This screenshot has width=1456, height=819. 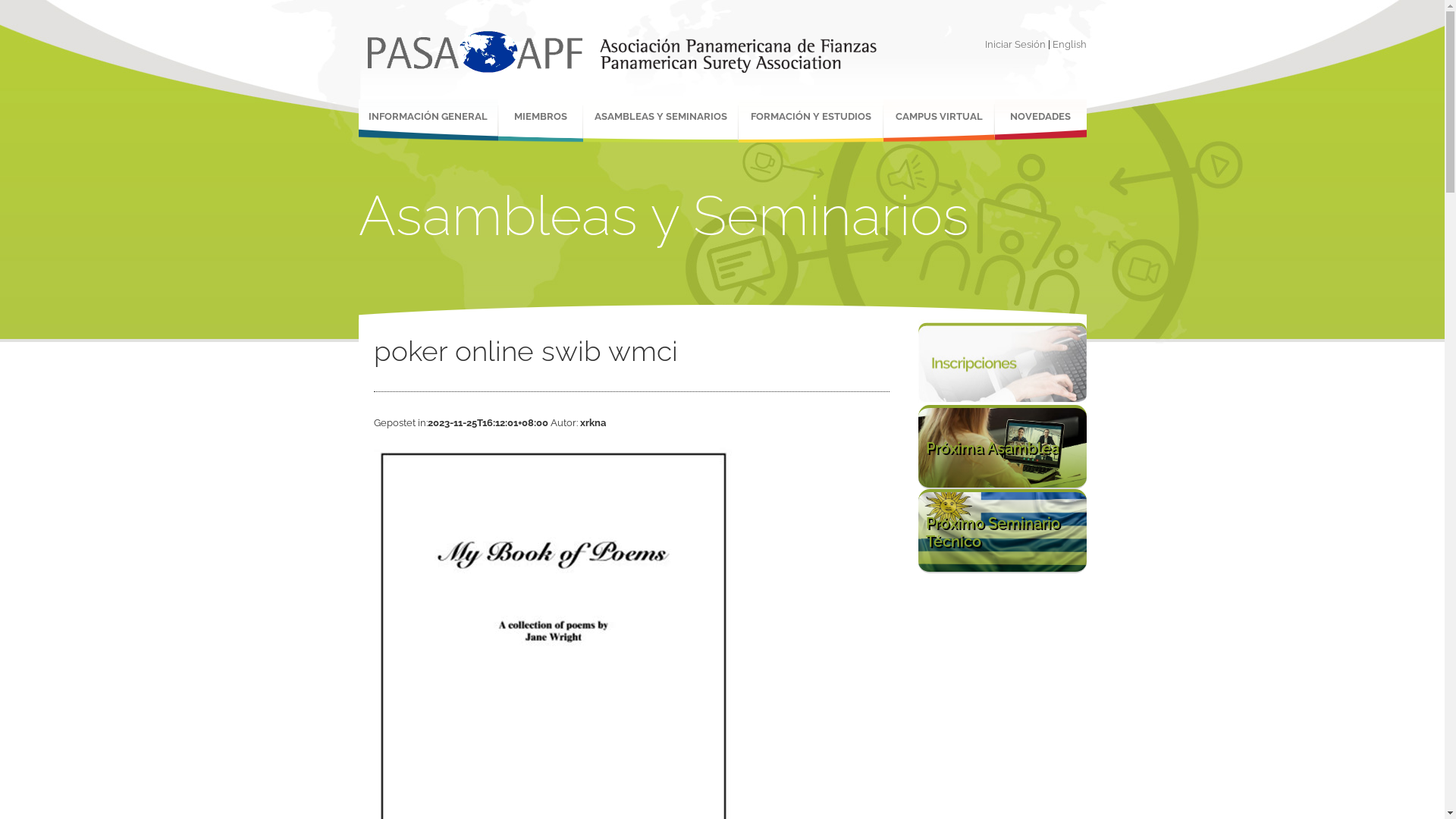 What do you see at coordinates (937, 120) in the screenshot?
I see `'CAMPUS VIRTUAL'` at bounding box center [937, 120].